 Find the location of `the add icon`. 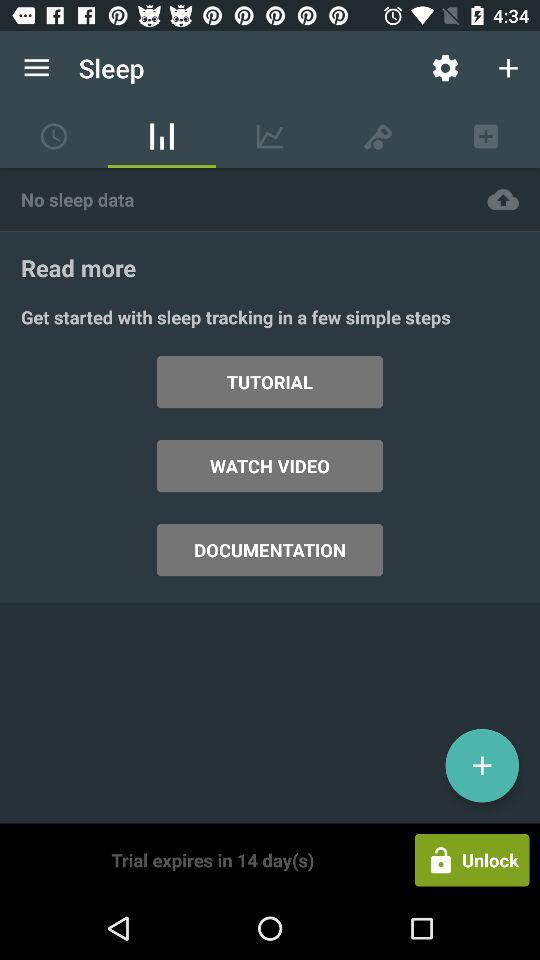

the add icon is located at coordinates (481, 764).